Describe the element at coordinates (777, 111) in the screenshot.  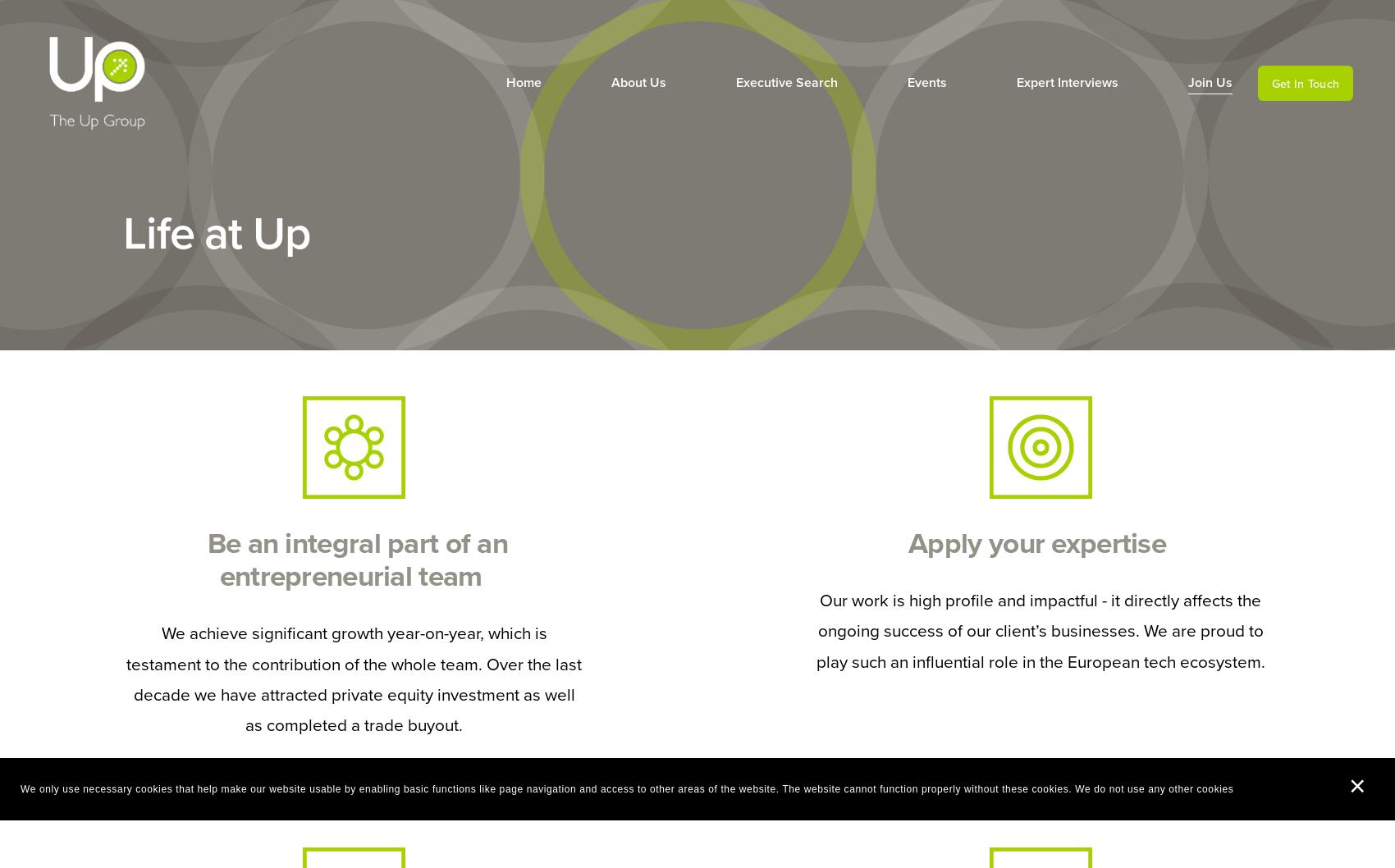
I see `'Our Focus'` at that location.